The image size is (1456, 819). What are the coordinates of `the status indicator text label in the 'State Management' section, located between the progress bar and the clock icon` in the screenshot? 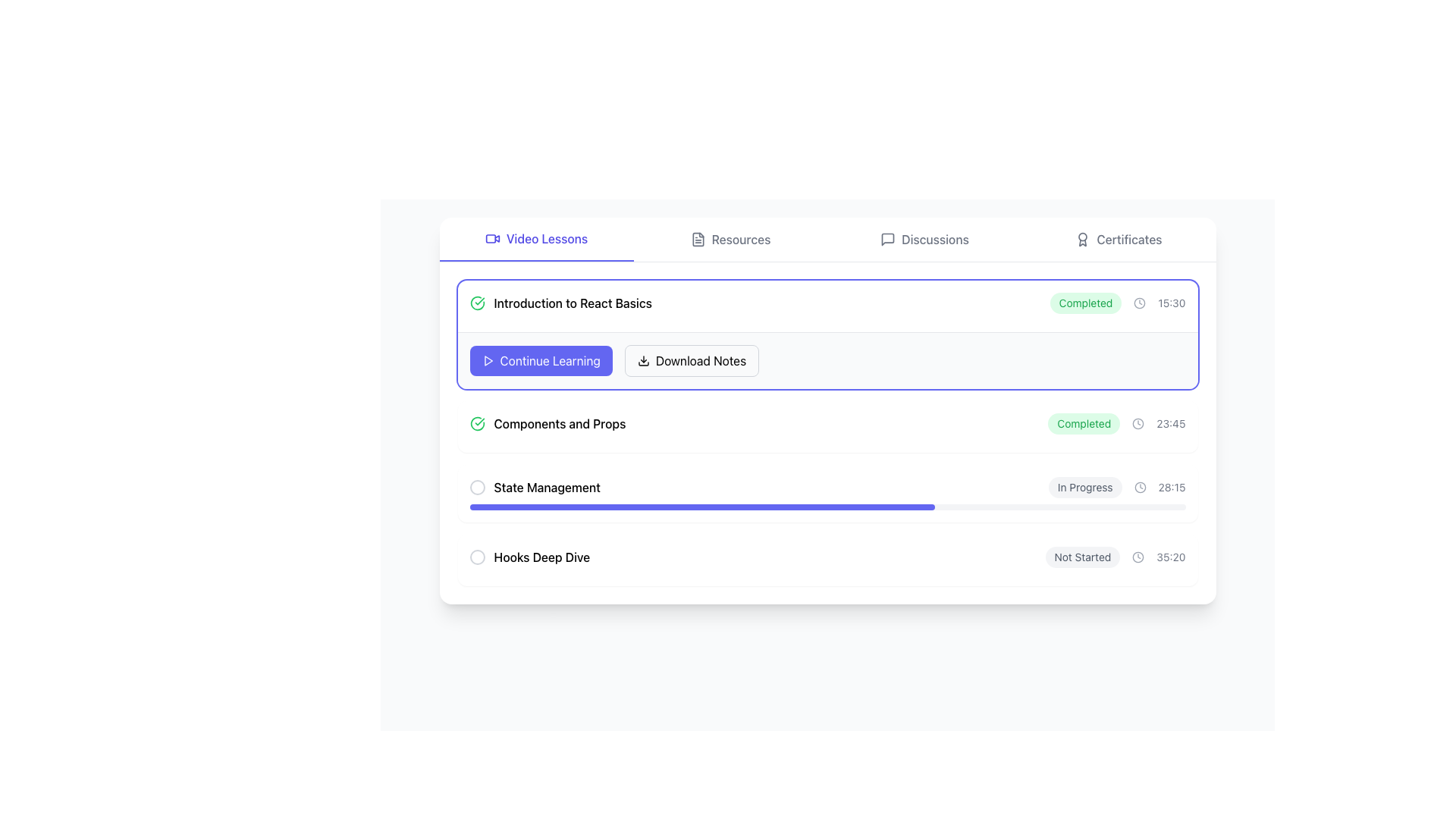 It's located at (1084, 488).